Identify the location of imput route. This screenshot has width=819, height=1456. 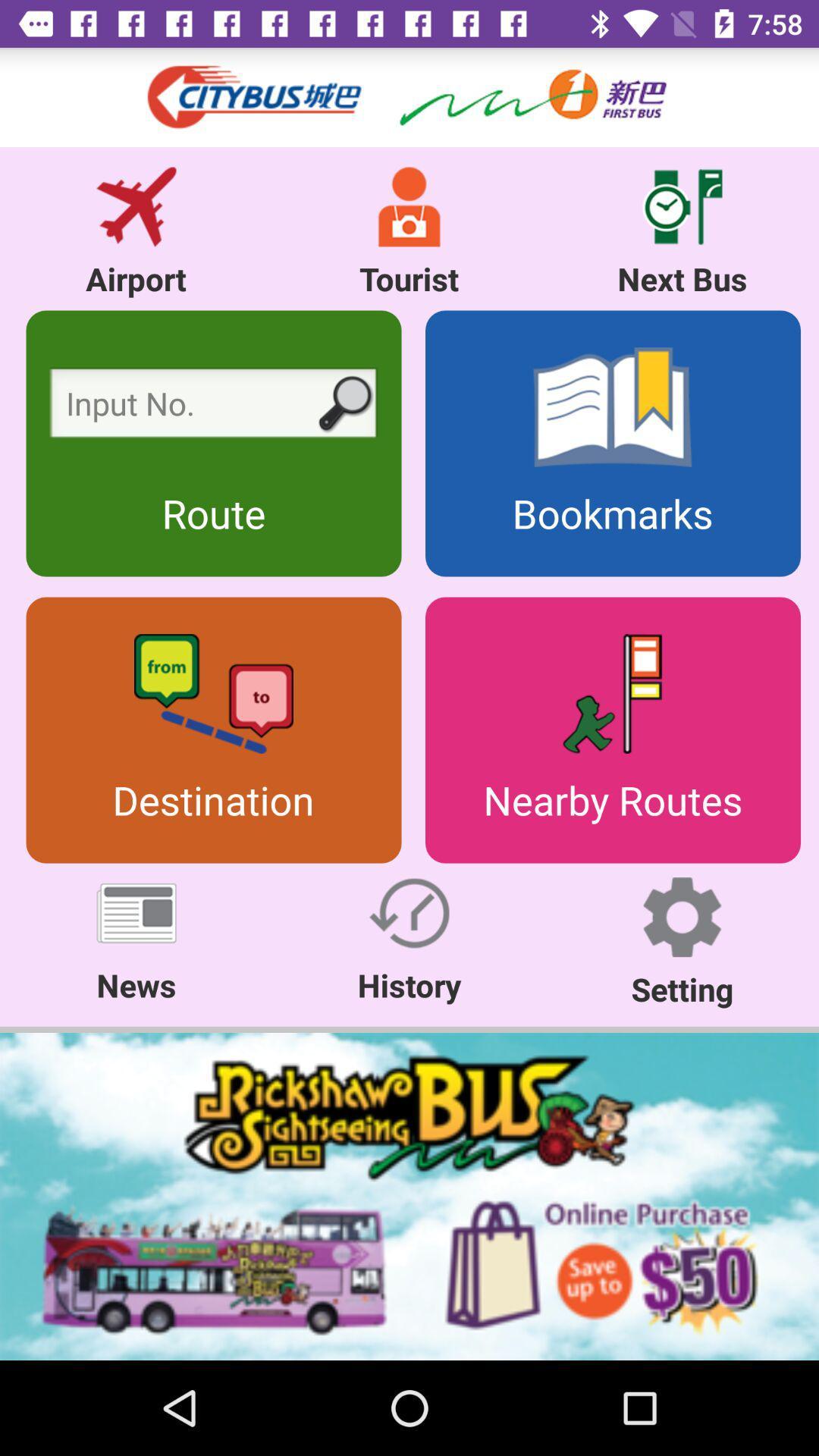
(213, 407).